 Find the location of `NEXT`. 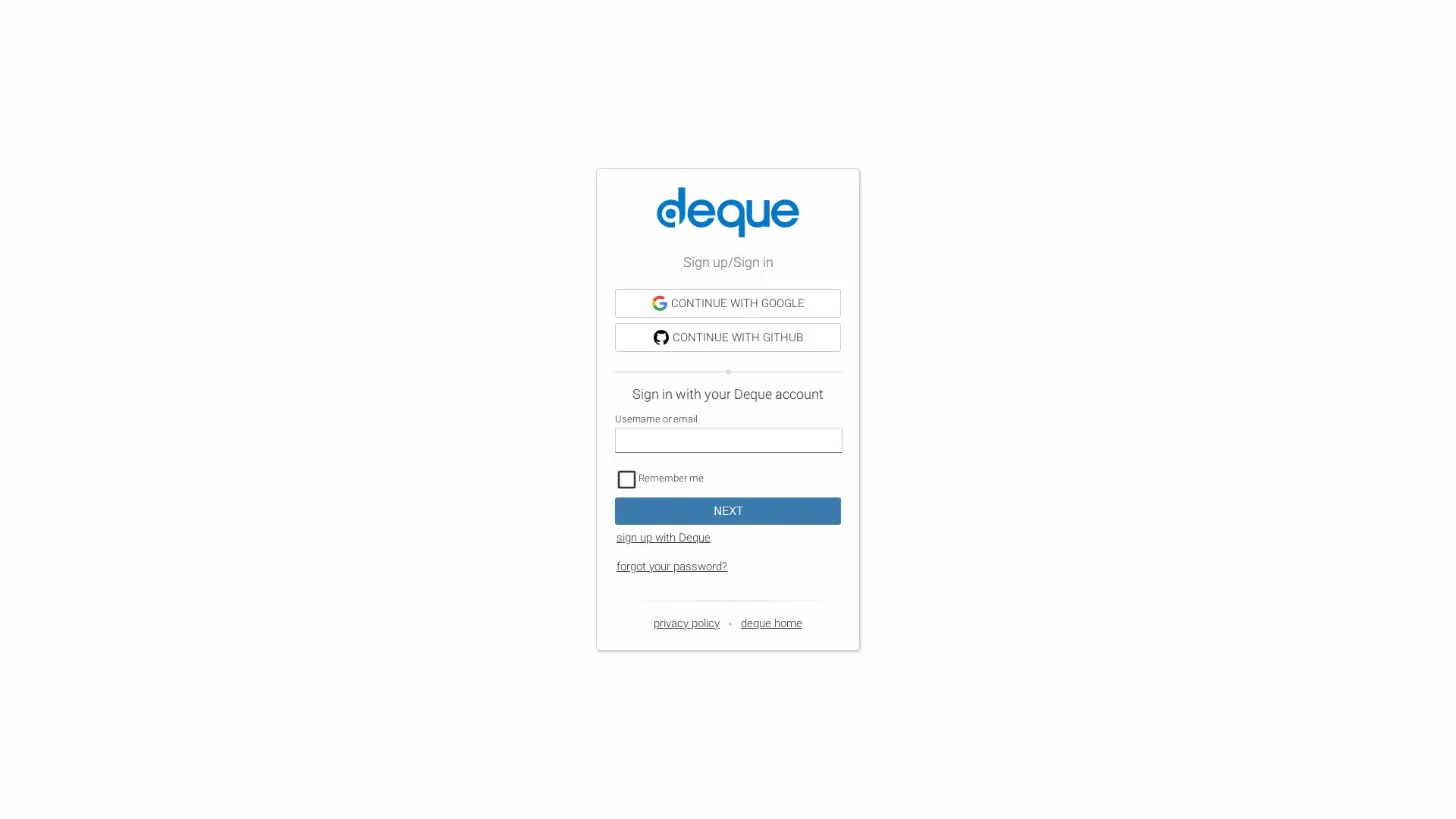

NEXT is located at coordinates (728, 511).